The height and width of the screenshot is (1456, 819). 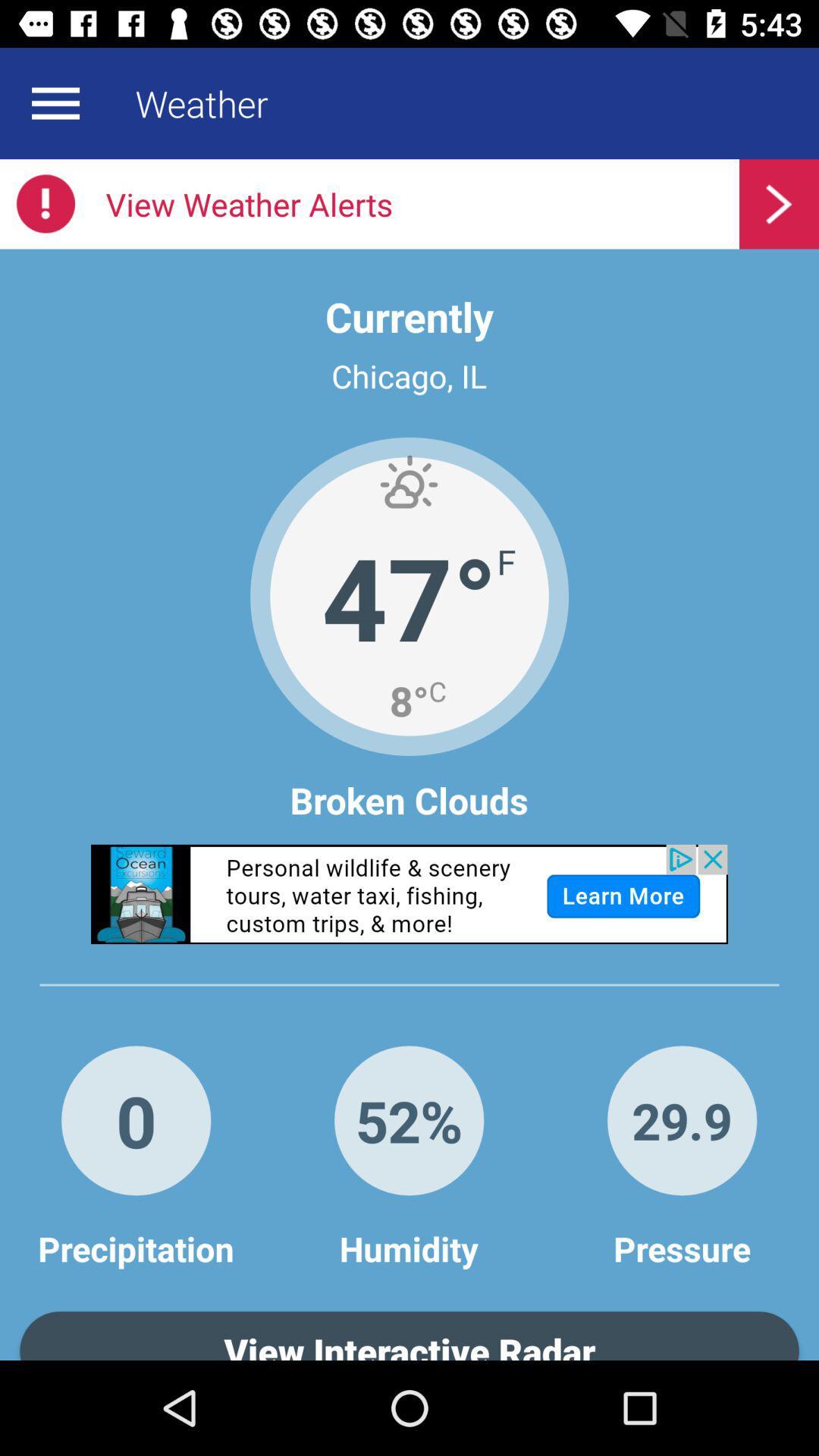 I want to click on advertisement, so click(x=409, y=894).